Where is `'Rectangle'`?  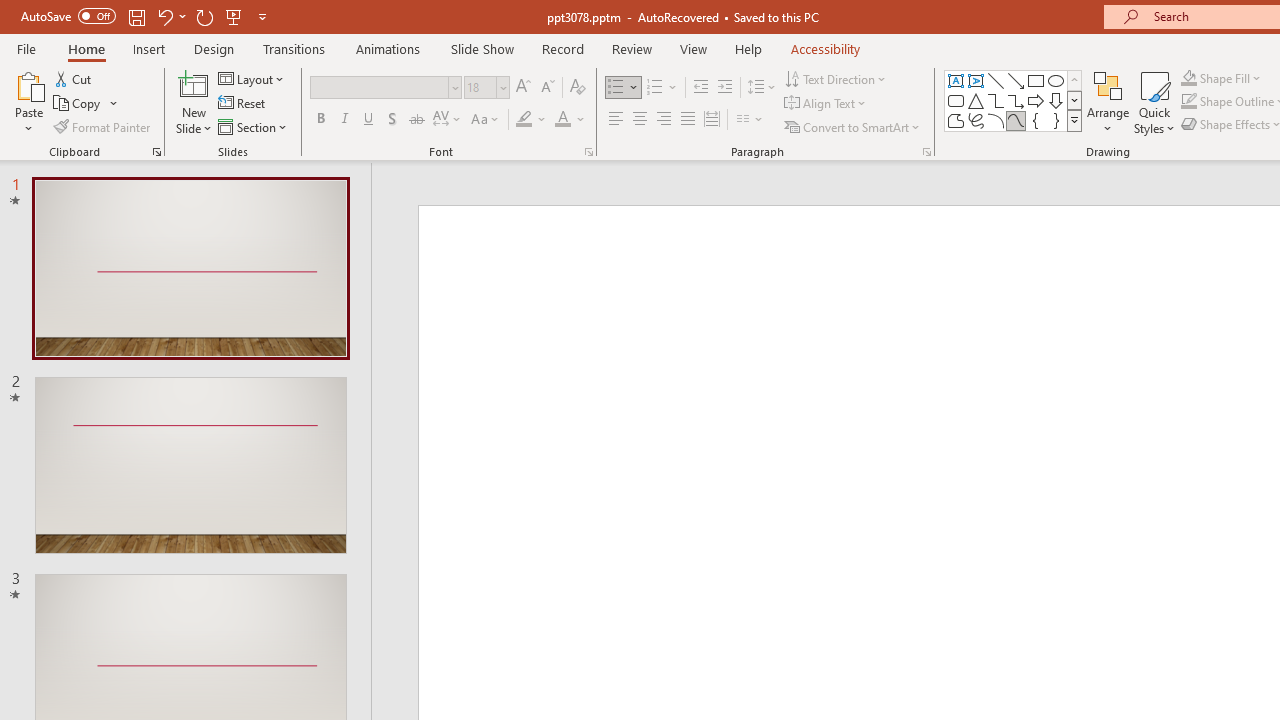
'Rectangle' is located at coordinates (1036, 80).